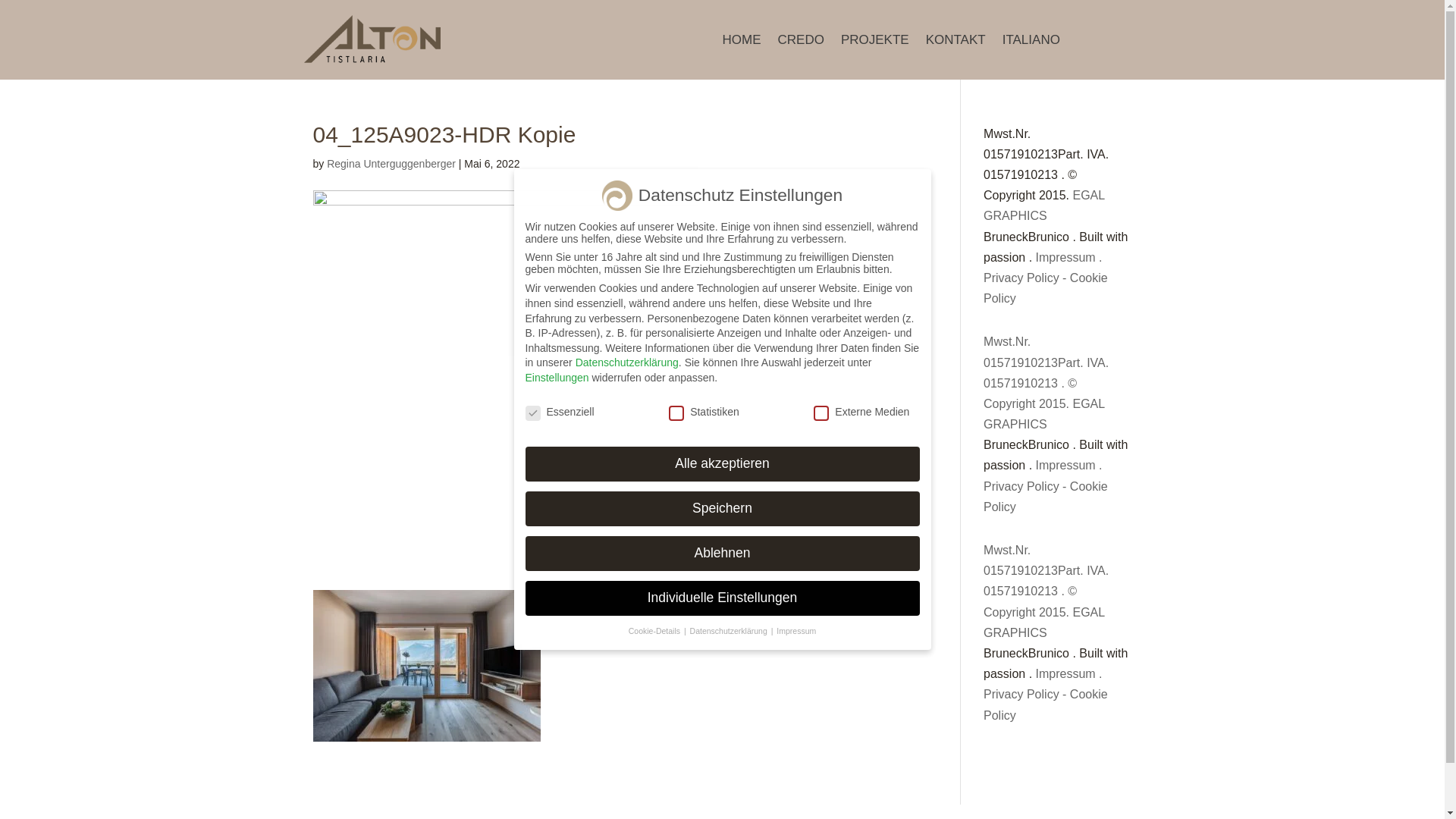  I want to click on 'Impressum', so click(1065, 256).